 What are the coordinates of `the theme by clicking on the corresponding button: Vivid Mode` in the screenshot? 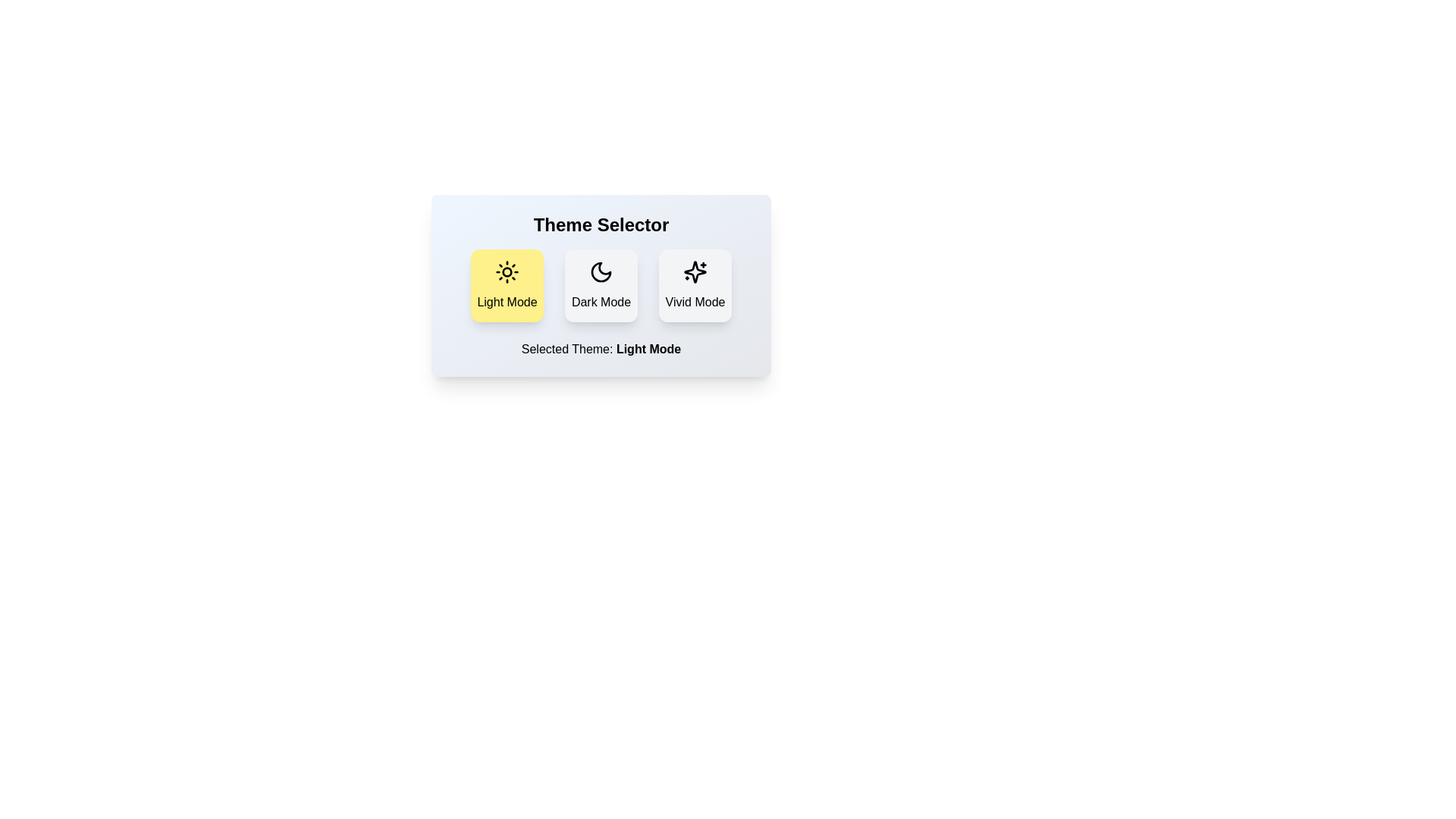 It's located at (694, 286).